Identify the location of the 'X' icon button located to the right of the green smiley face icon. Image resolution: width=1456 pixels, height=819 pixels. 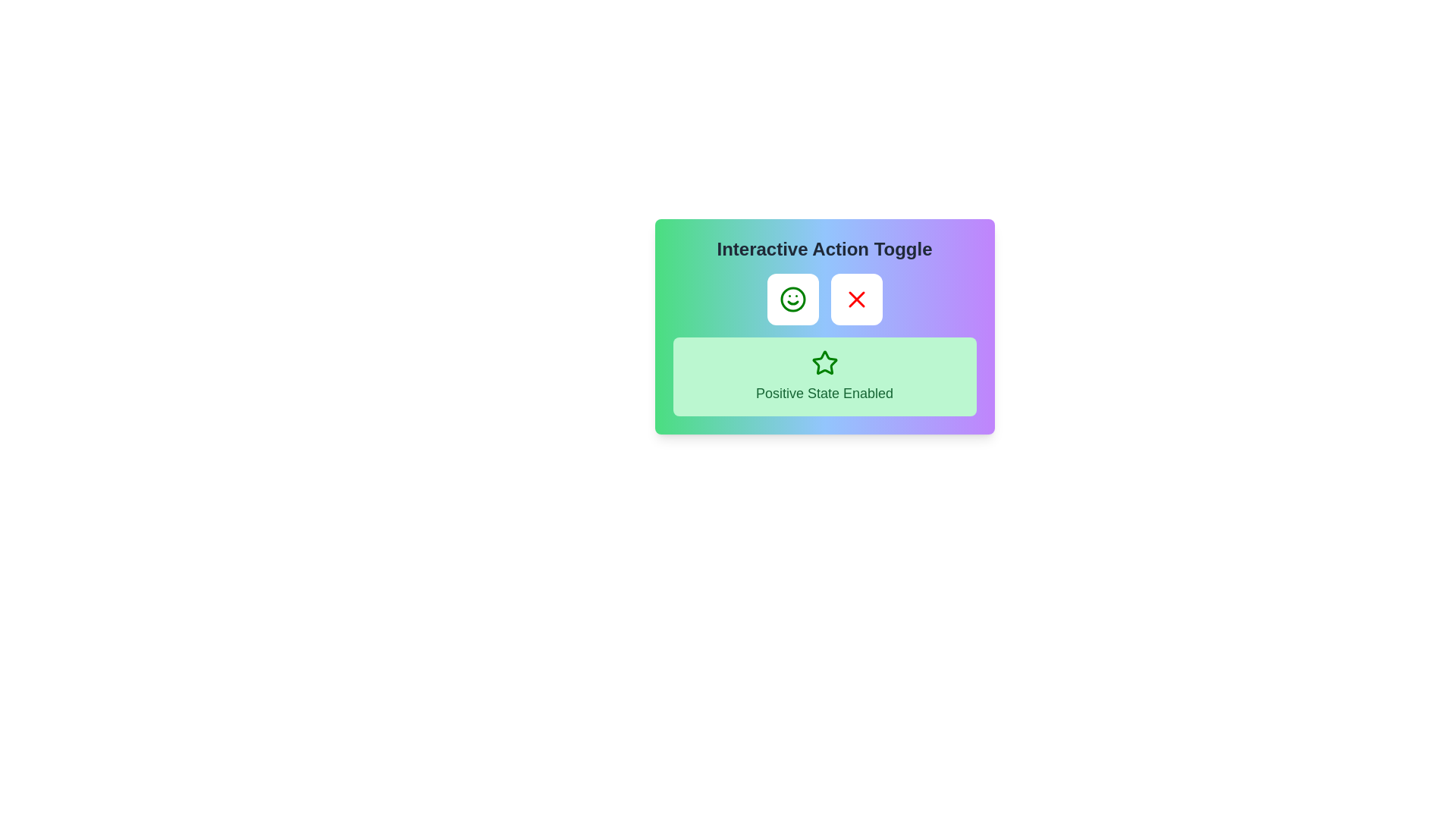
(856, 299).